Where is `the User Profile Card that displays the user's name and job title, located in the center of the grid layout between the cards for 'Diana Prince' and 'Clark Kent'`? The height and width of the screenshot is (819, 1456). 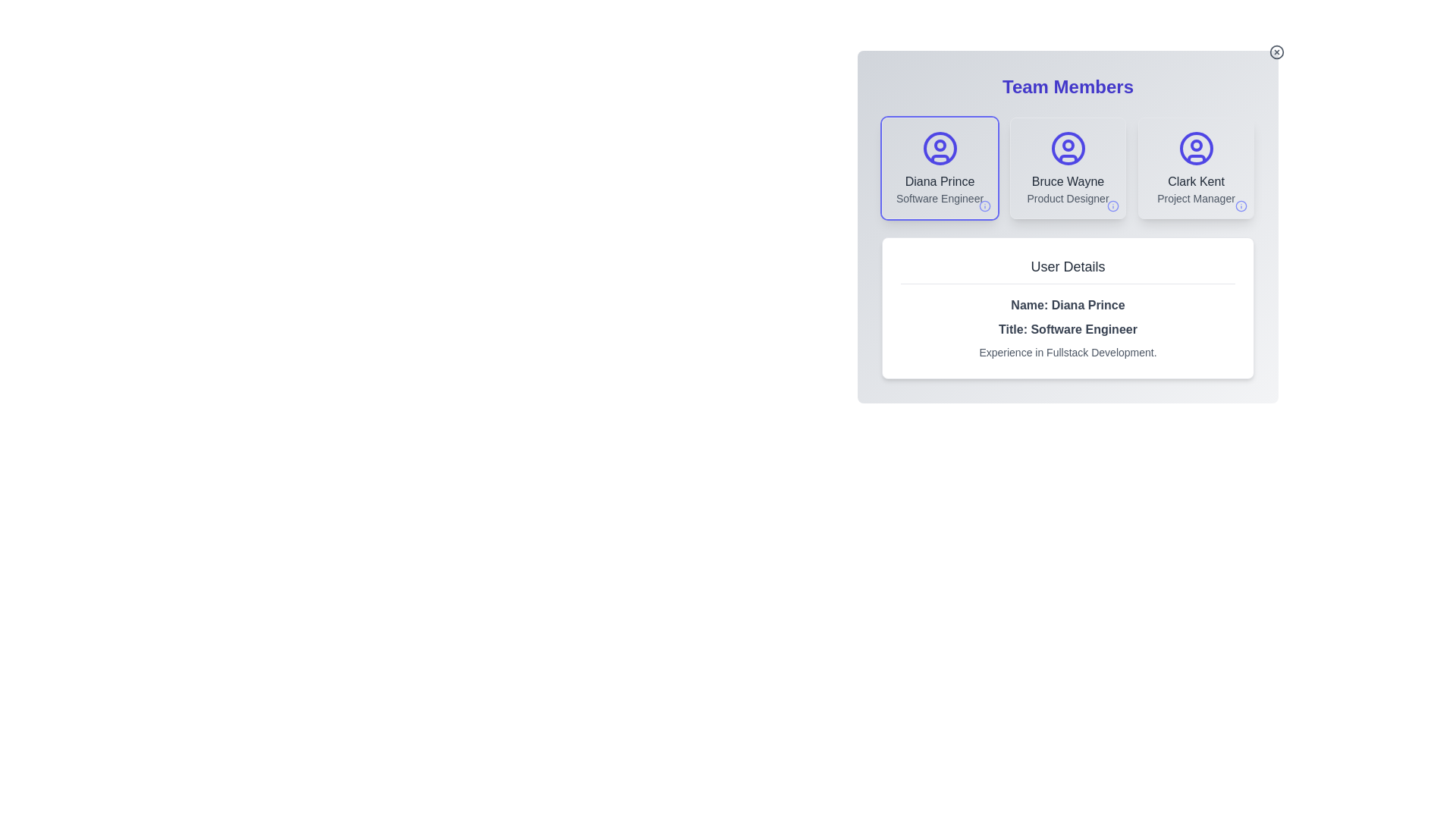 the User Profile Card that displays the user's name and job title, located in the center of the grid layout between the cards for 'Diana Prince' and 'Clark Kent' is located at coordinates (1067, 168).